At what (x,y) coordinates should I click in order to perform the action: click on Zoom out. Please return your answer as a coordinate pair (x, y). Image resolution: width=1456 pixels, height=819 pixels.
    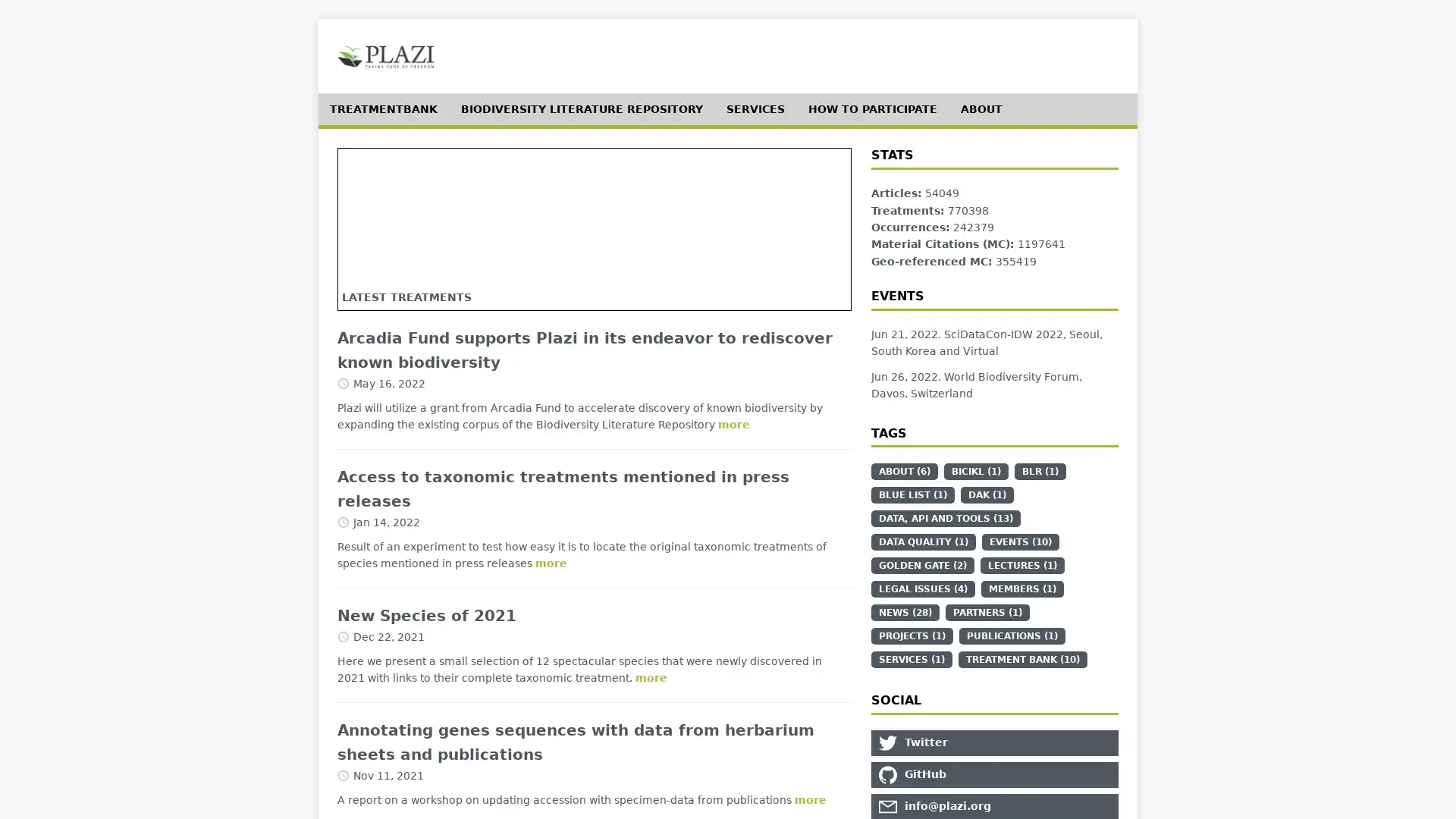
    Looking at the image, I should click on (362, 195).